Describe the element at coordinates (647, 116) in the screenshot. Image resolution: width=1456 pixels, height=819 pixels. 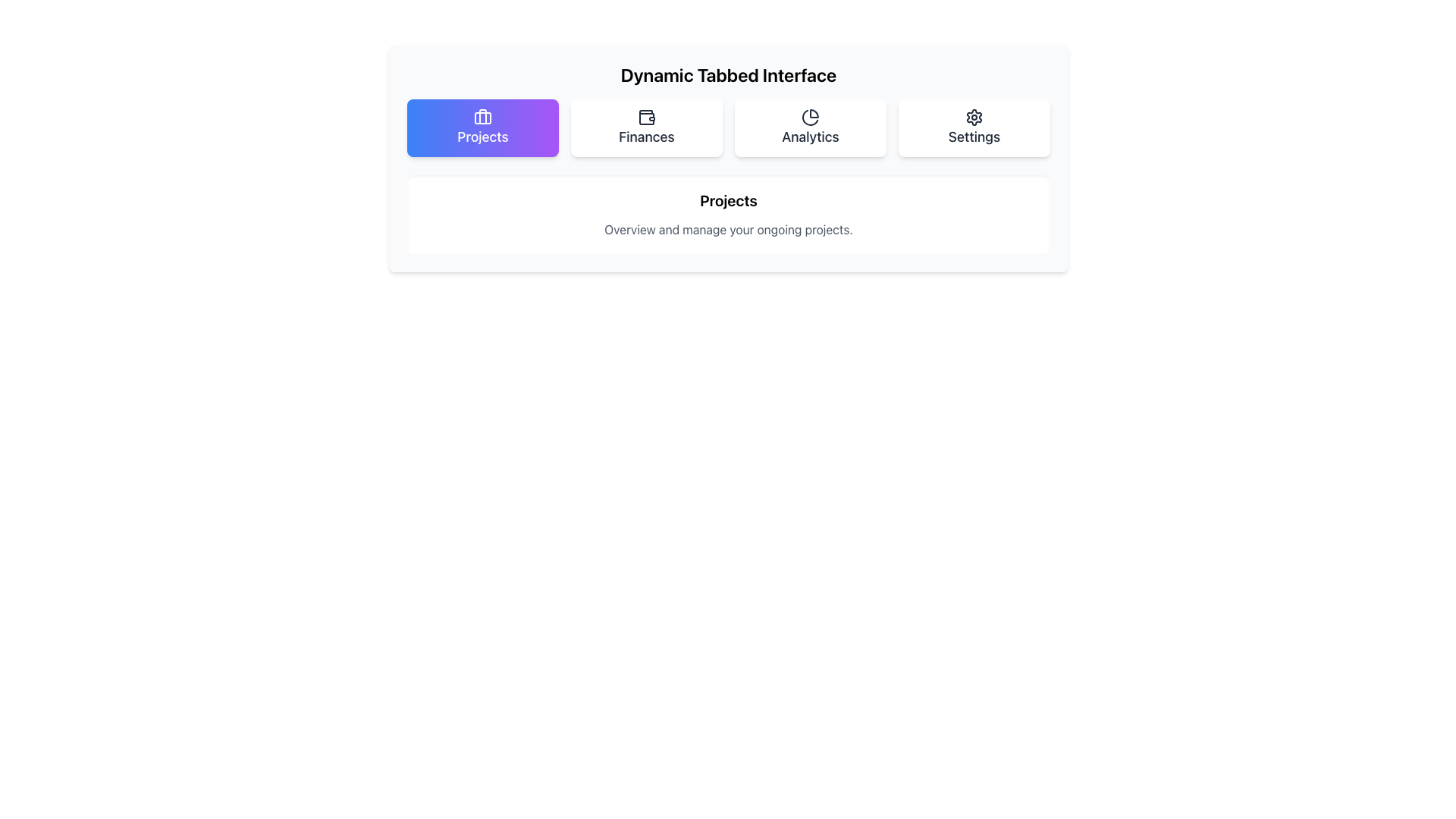
I see `the Finances icon located above the text 'Finances'` at that location.